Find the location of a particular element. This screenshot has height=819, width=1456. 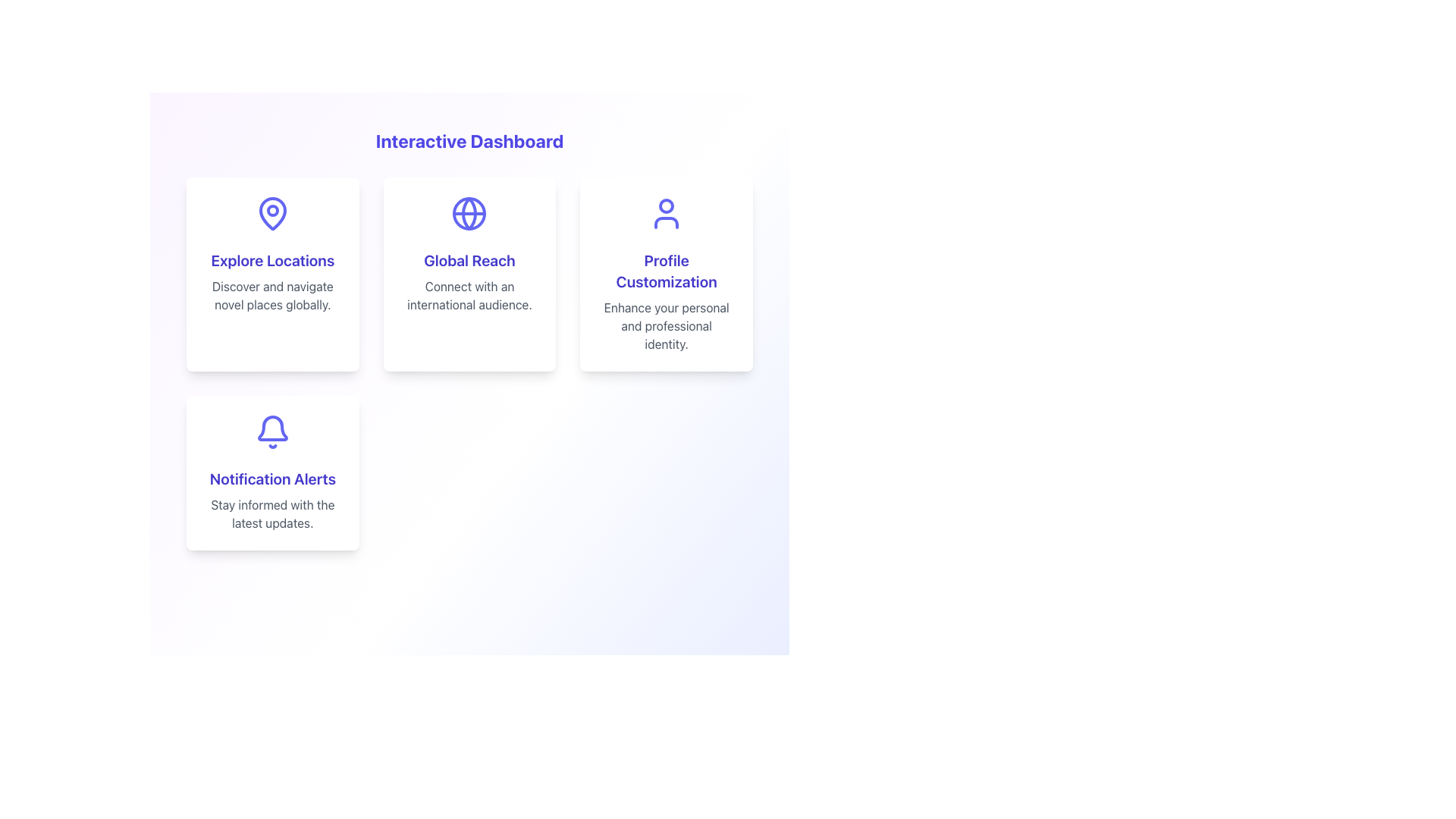

information provided in the Notification Alerts card, which includes the title 'Notification Alerts' and the description 'Stay informed with the latest updates.' is located at coordinates (272, 472).